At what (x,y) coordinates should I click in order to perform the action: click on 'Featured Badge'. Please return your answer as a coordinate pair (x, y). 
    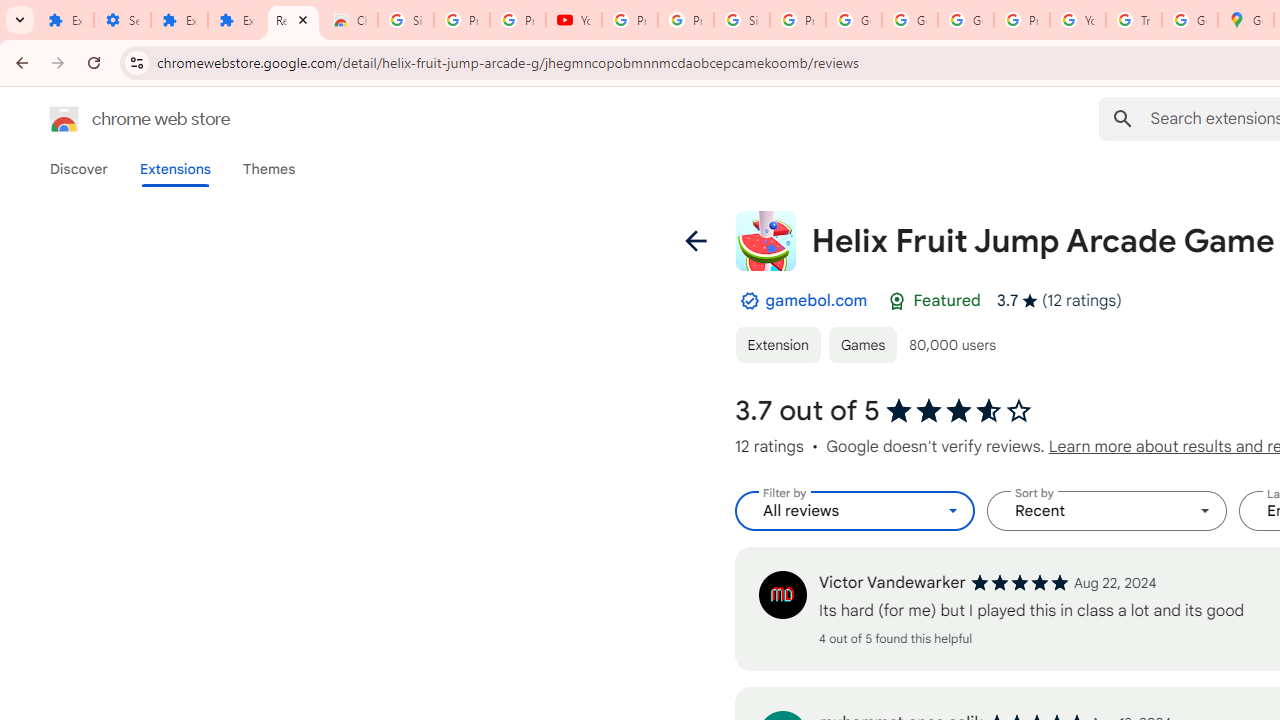
    Looking at the image, I should click on (896, 301).